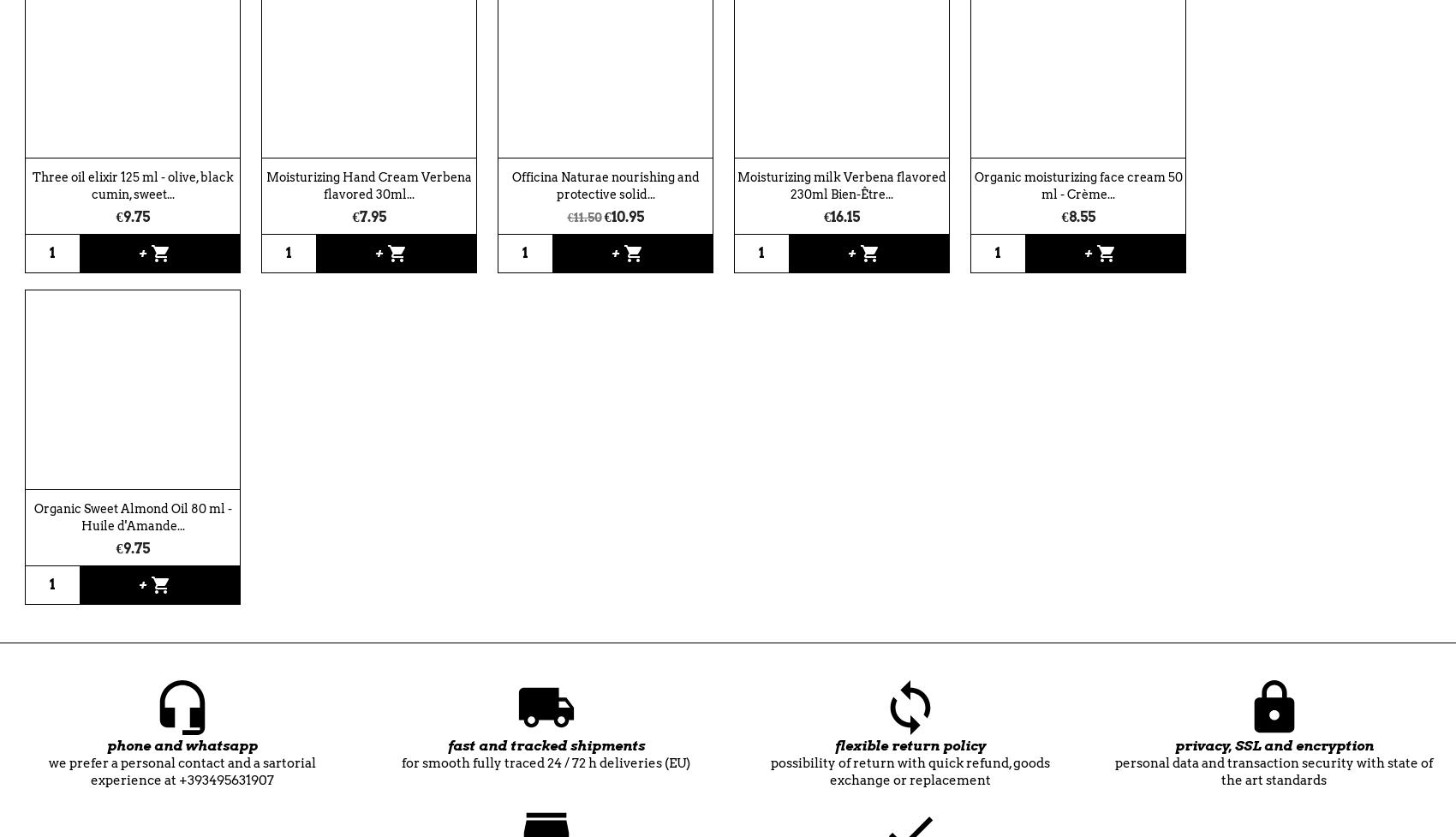 This screenshot has width=1456, height=837. Describe the element at coordinates (180, 770) in the screenshot. I see `'we prefer a personal contact and a sartorial experience at +393495631907'` at that location.